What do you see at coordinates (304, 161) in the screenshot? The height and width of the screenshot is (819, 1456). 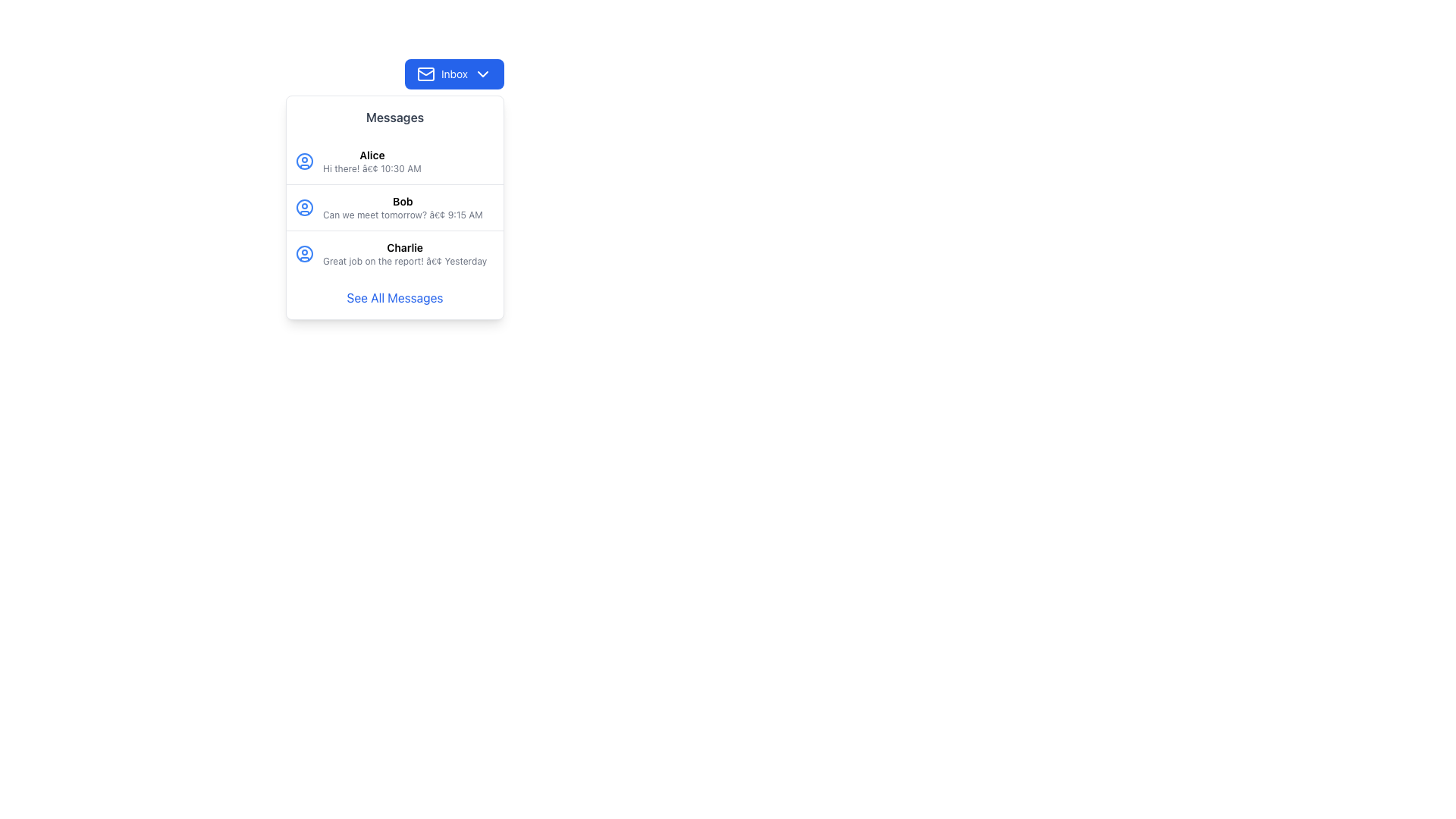 I see `the Profile Icon for 'Alice', which is a circular user profile icon with a blue outline` at bounding box center [304, 161].